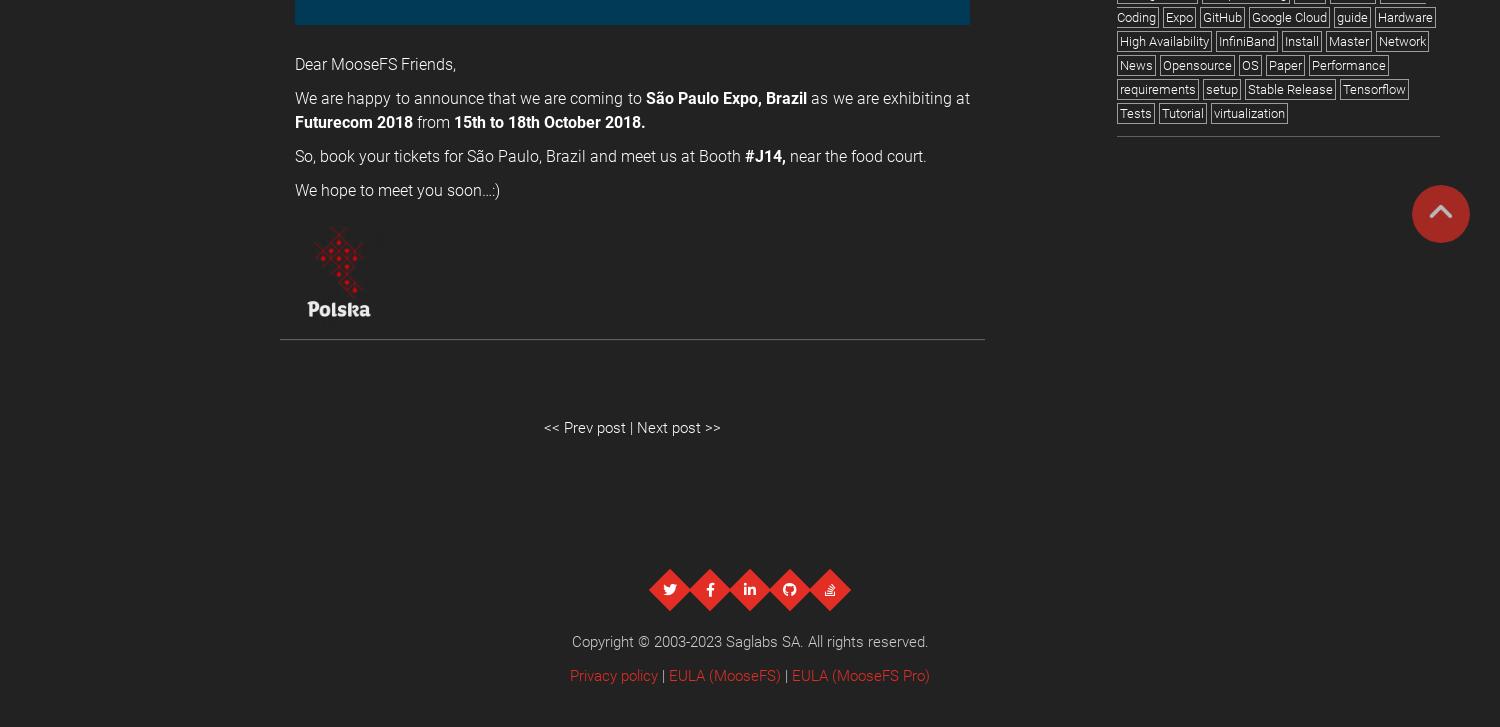 The height and width of the screenshot is (727, 1500). Describe the element at coordinates (295, 121) in the screenshot. I see `'Futurecom 2018'` at that location.